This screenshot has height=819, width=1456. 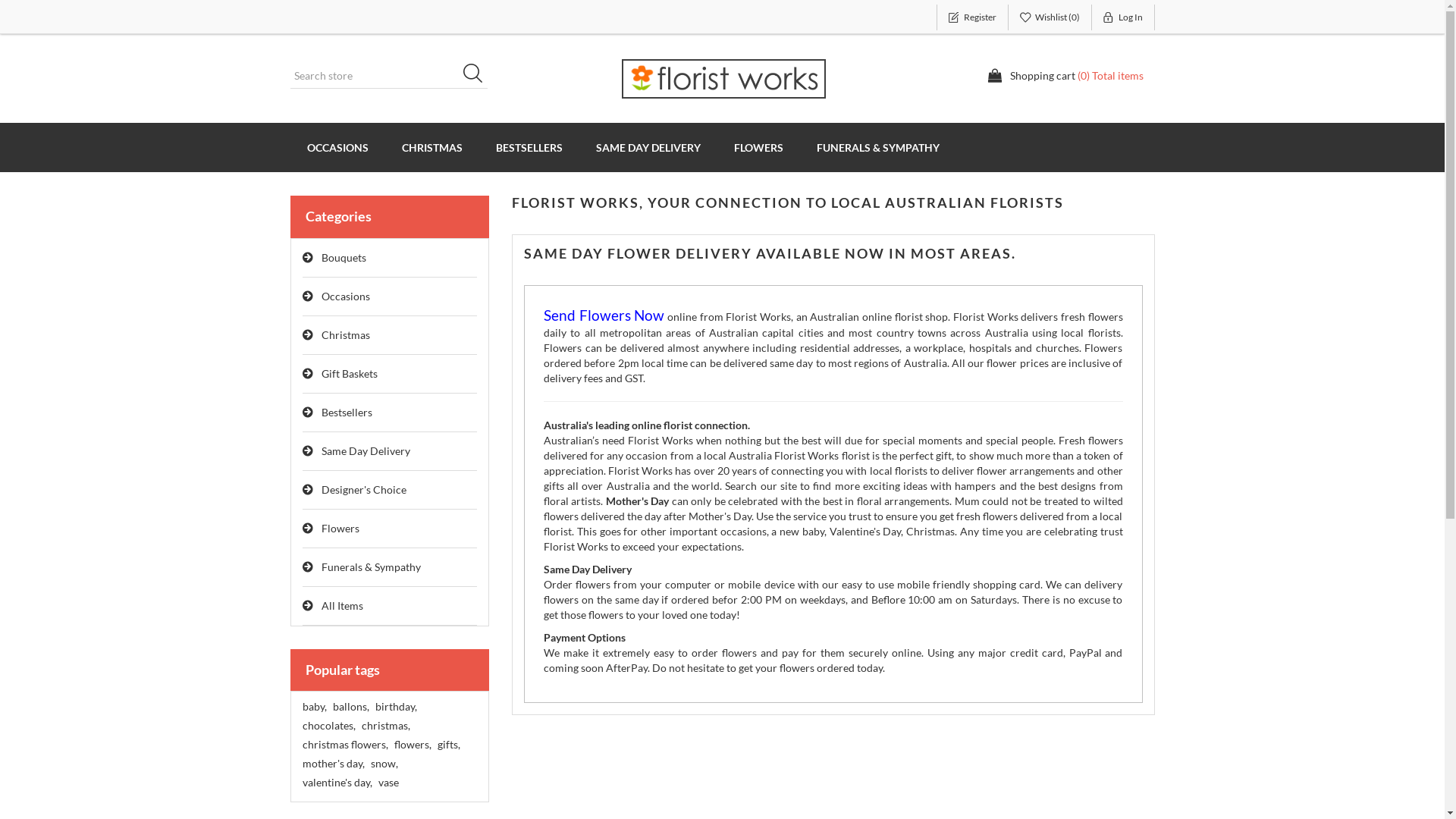 I want to click on 'vase', so click(x=388, y=783).